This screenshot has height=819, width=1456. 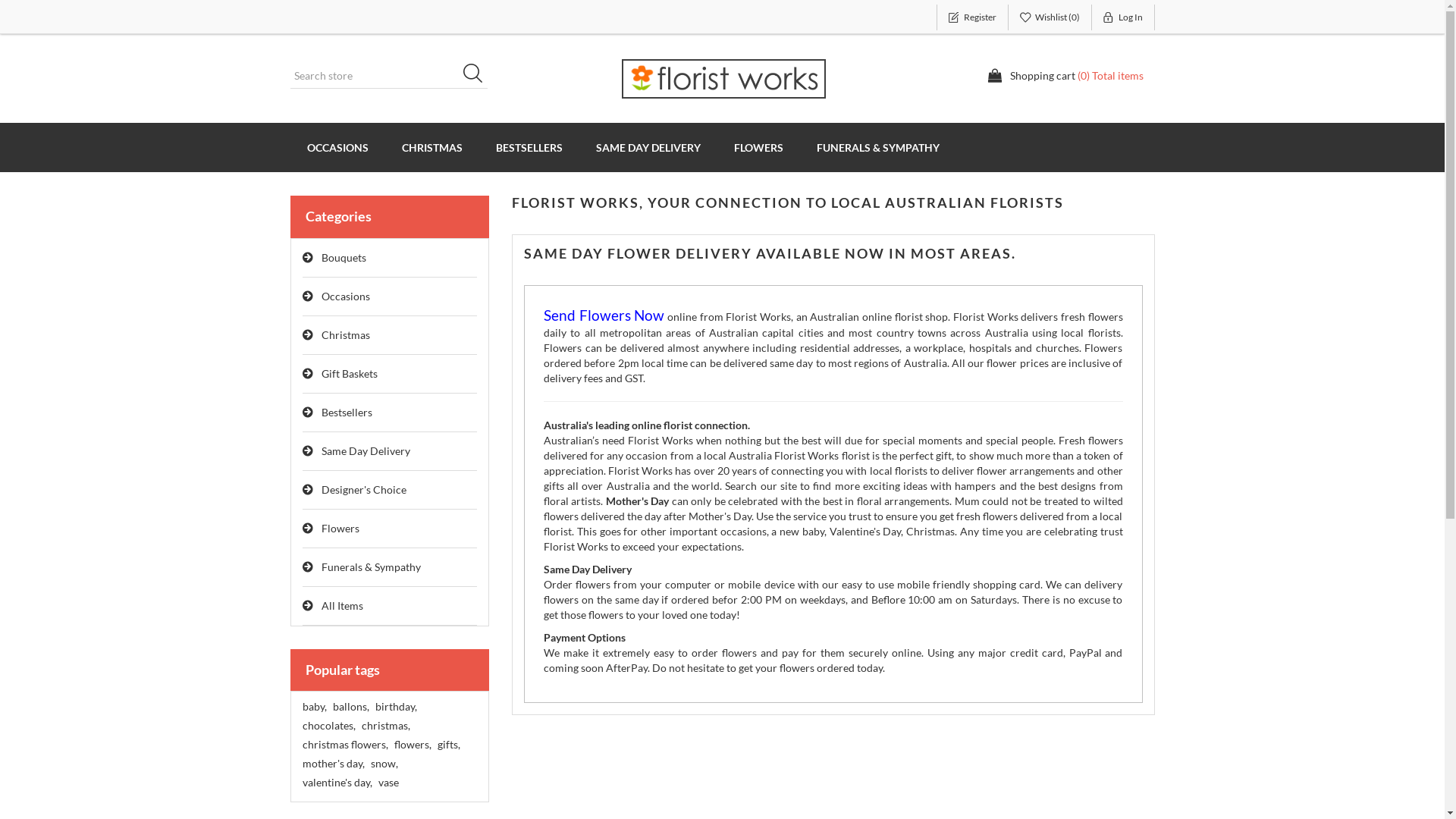 I want to click on 'vase', so click(x=388, y=783).